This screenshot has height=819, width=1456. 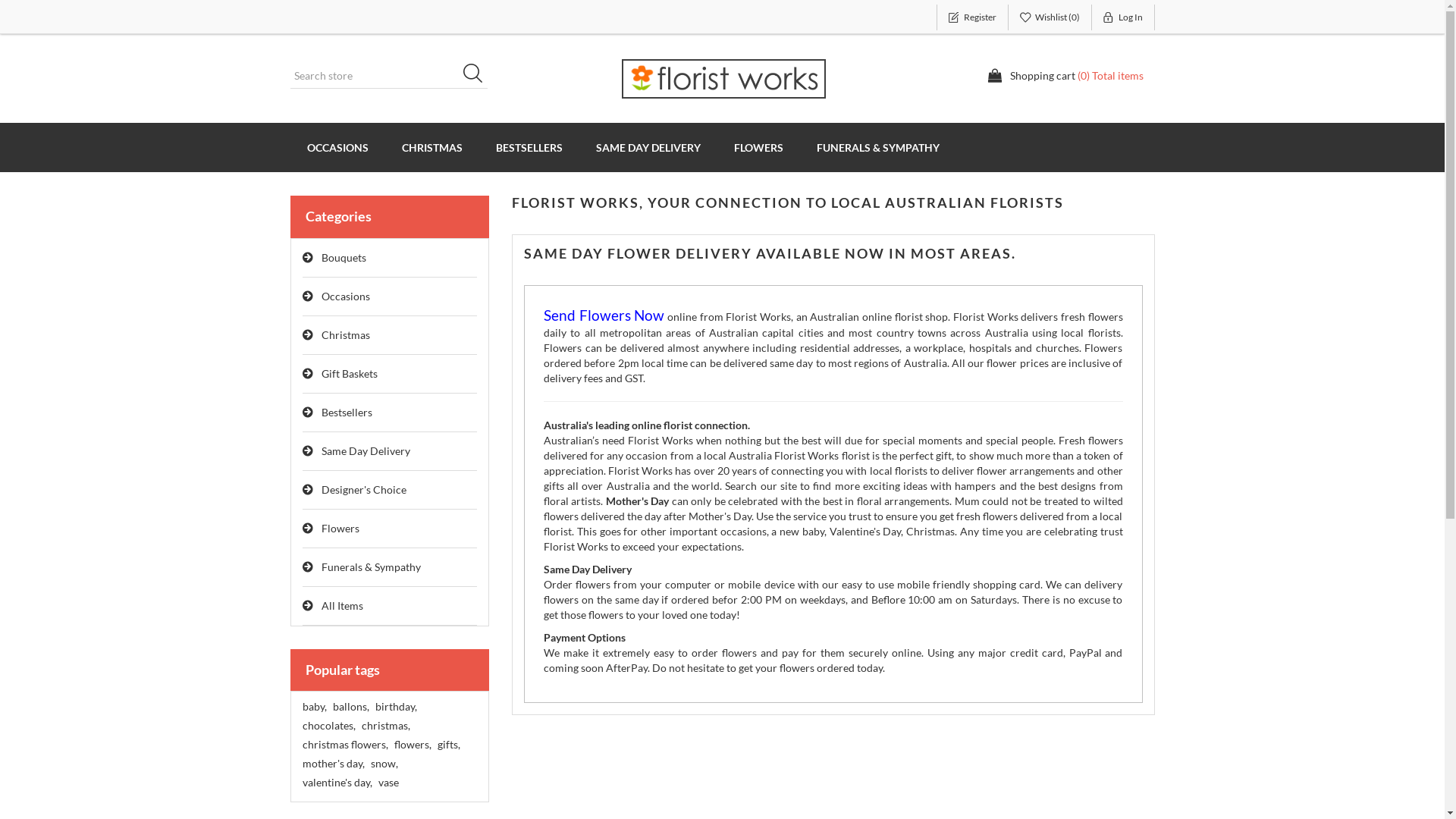 I want to click on 'vase', so click(x=388, y=783).